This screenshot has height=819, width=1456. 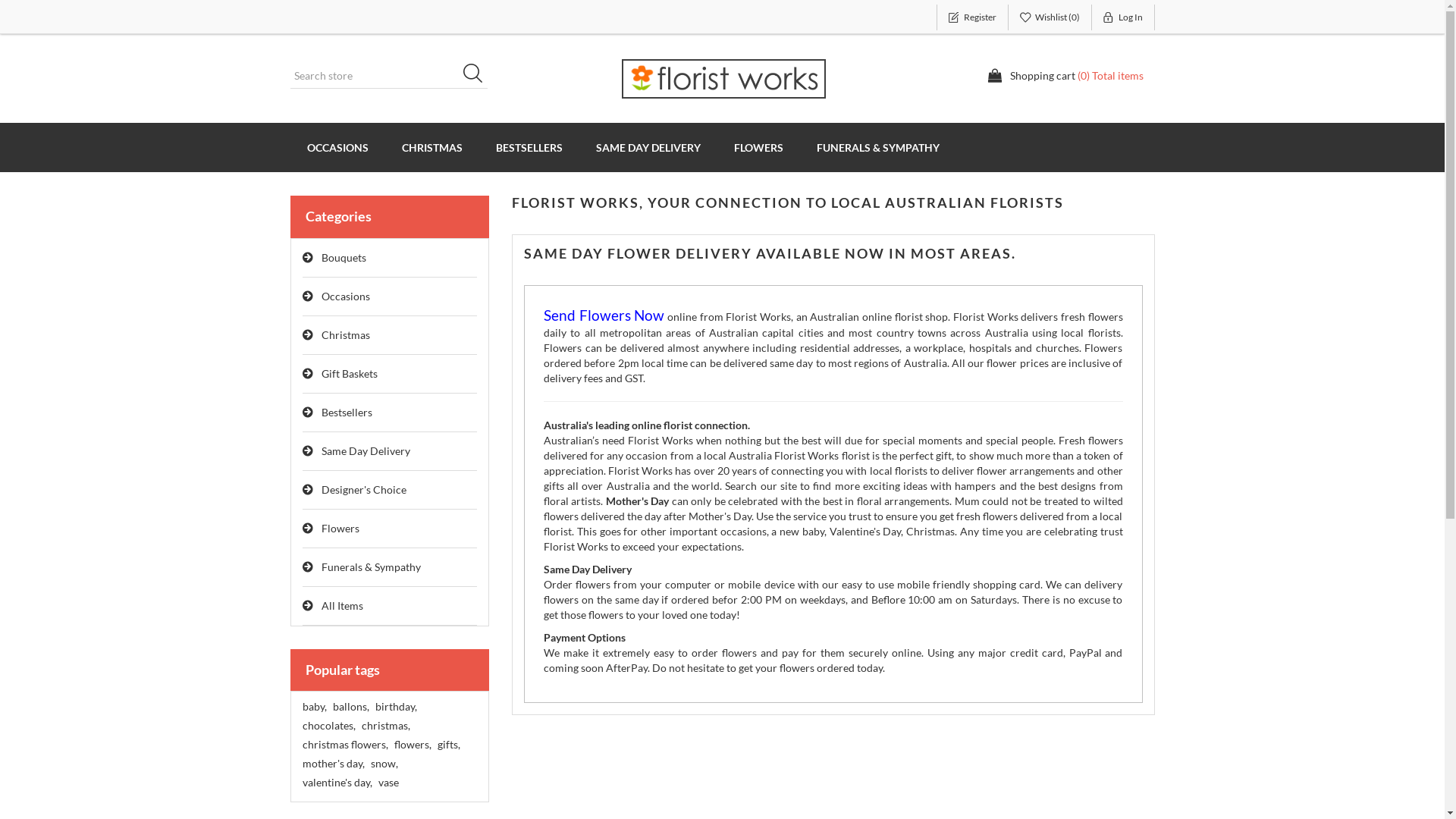 I want to click on 'vase', so click(x=388, y=783).